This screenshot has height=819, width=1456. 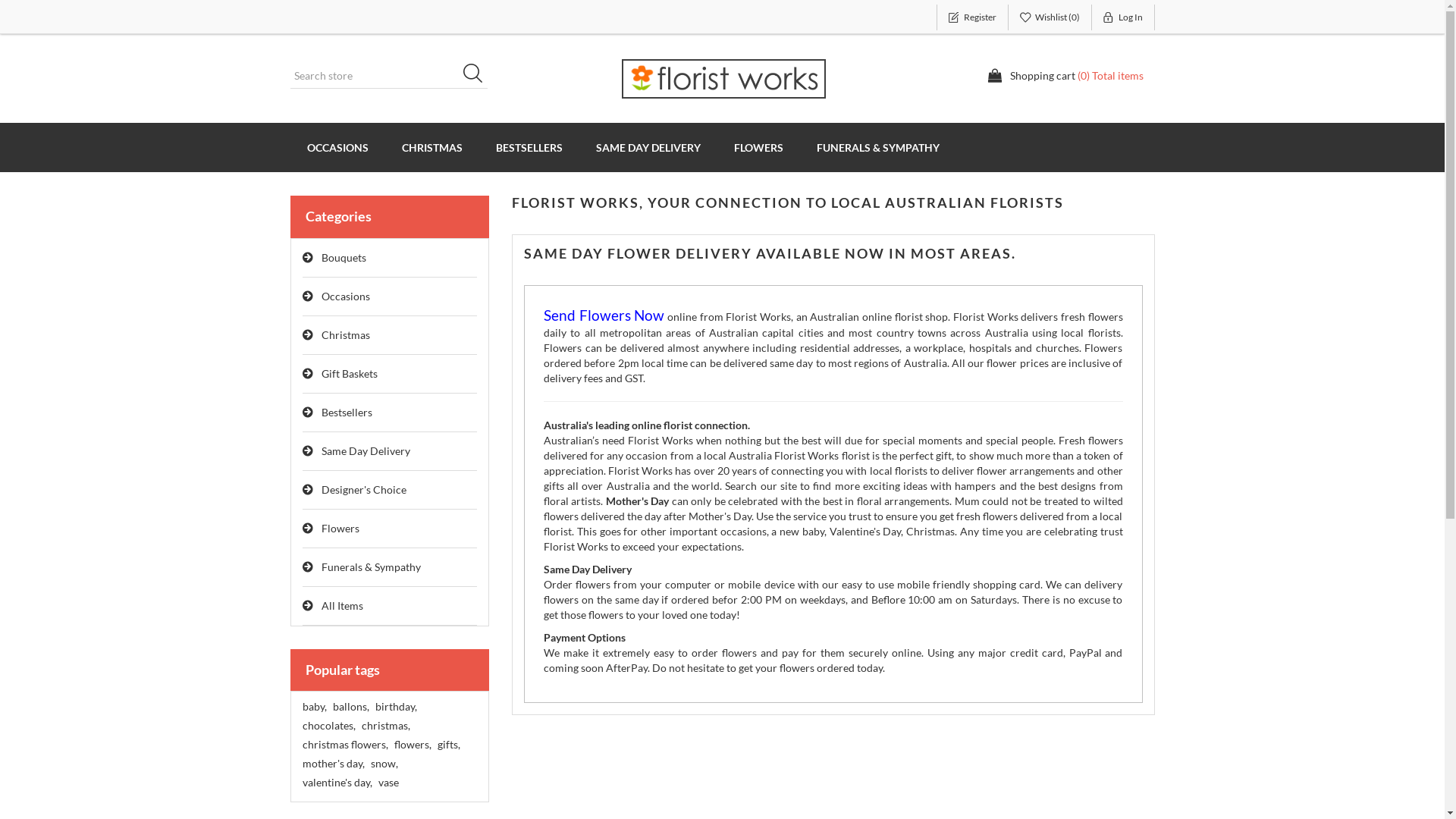 I want to click on 'vase', so click(x=388, y=783).